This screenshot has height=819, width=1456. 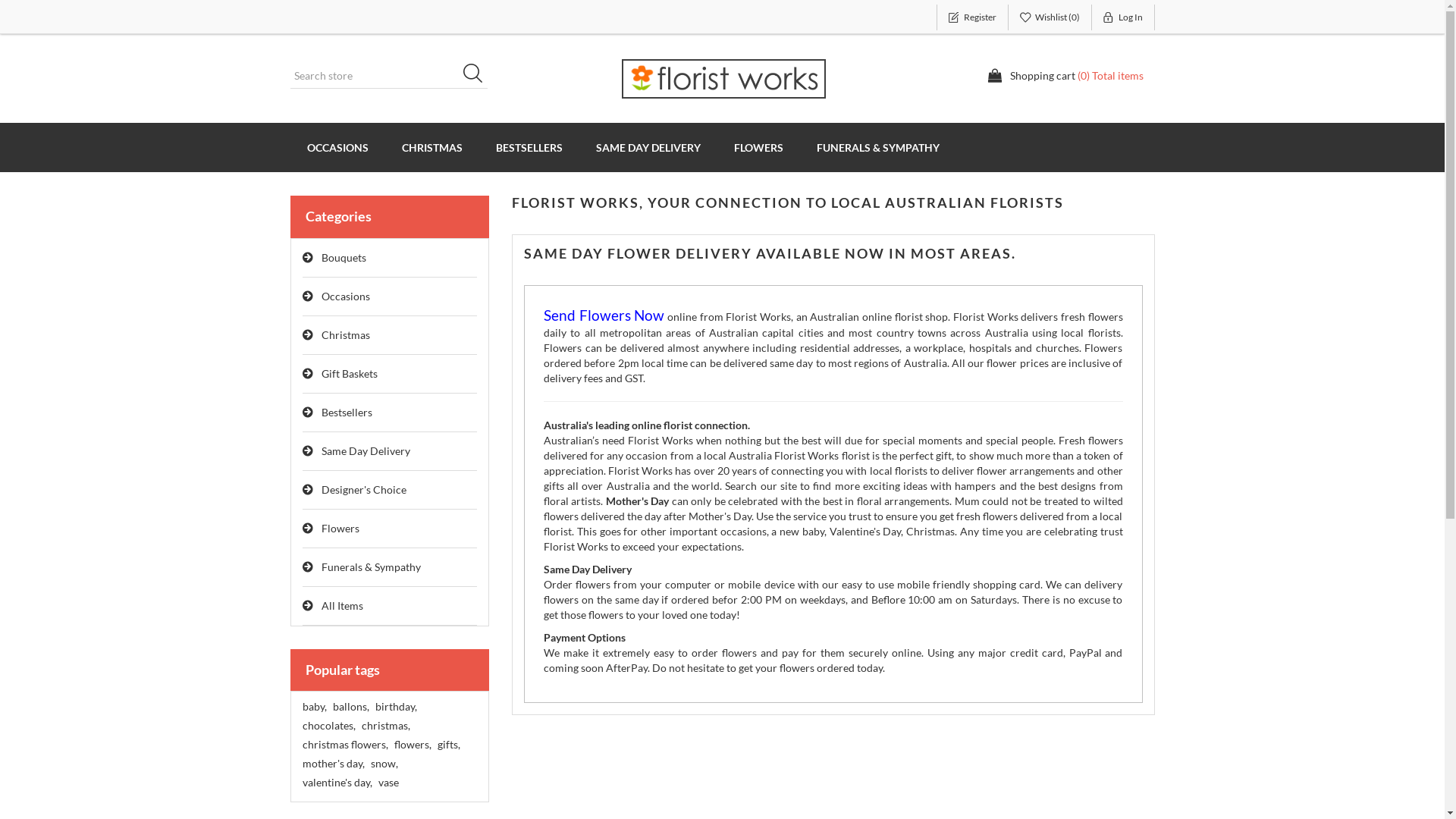 I want to click on 'vase', so click(x=388, y=783).